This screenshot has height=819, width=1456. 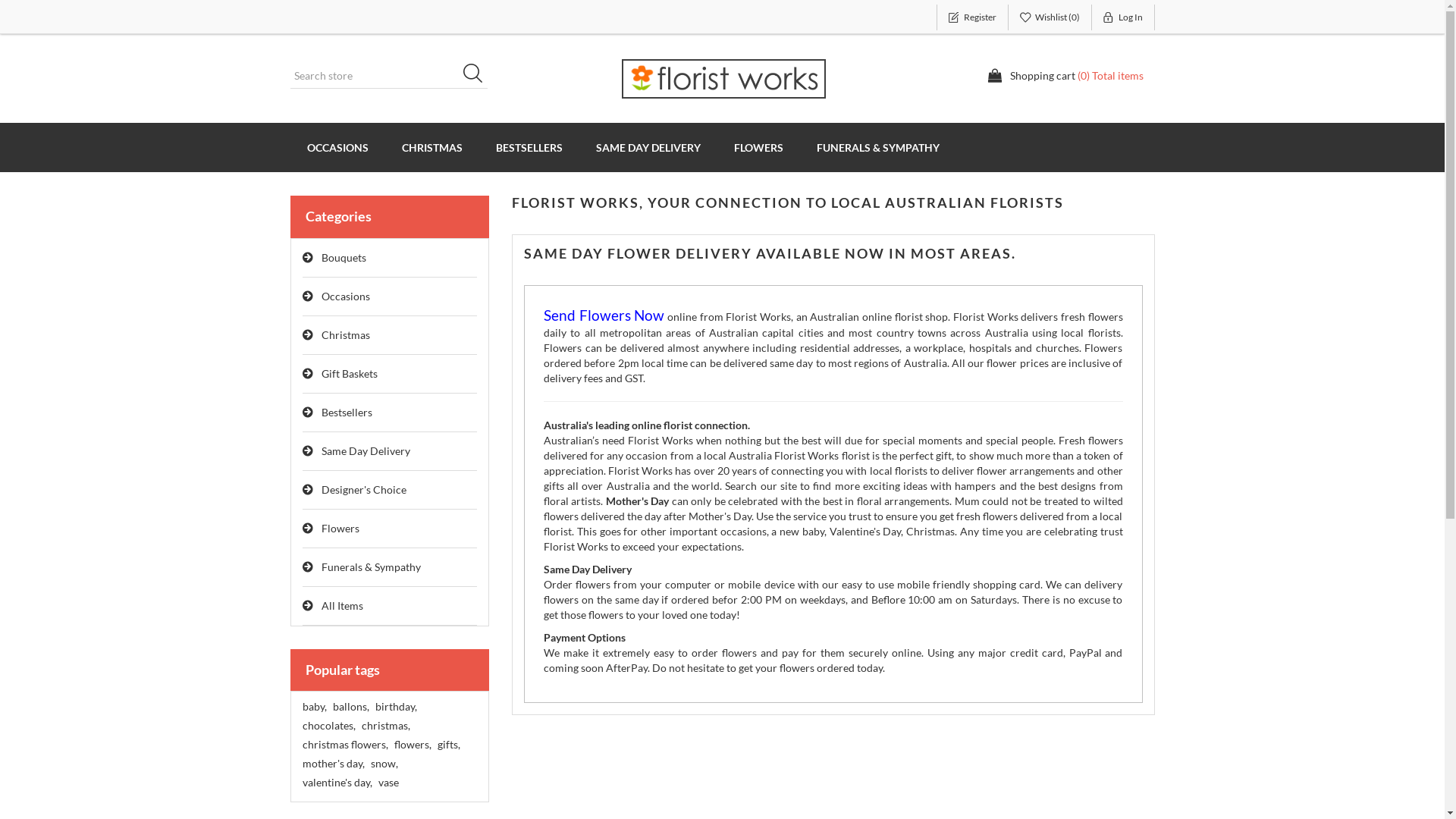 I want to click on 'vase', so click(x=388, y=783).